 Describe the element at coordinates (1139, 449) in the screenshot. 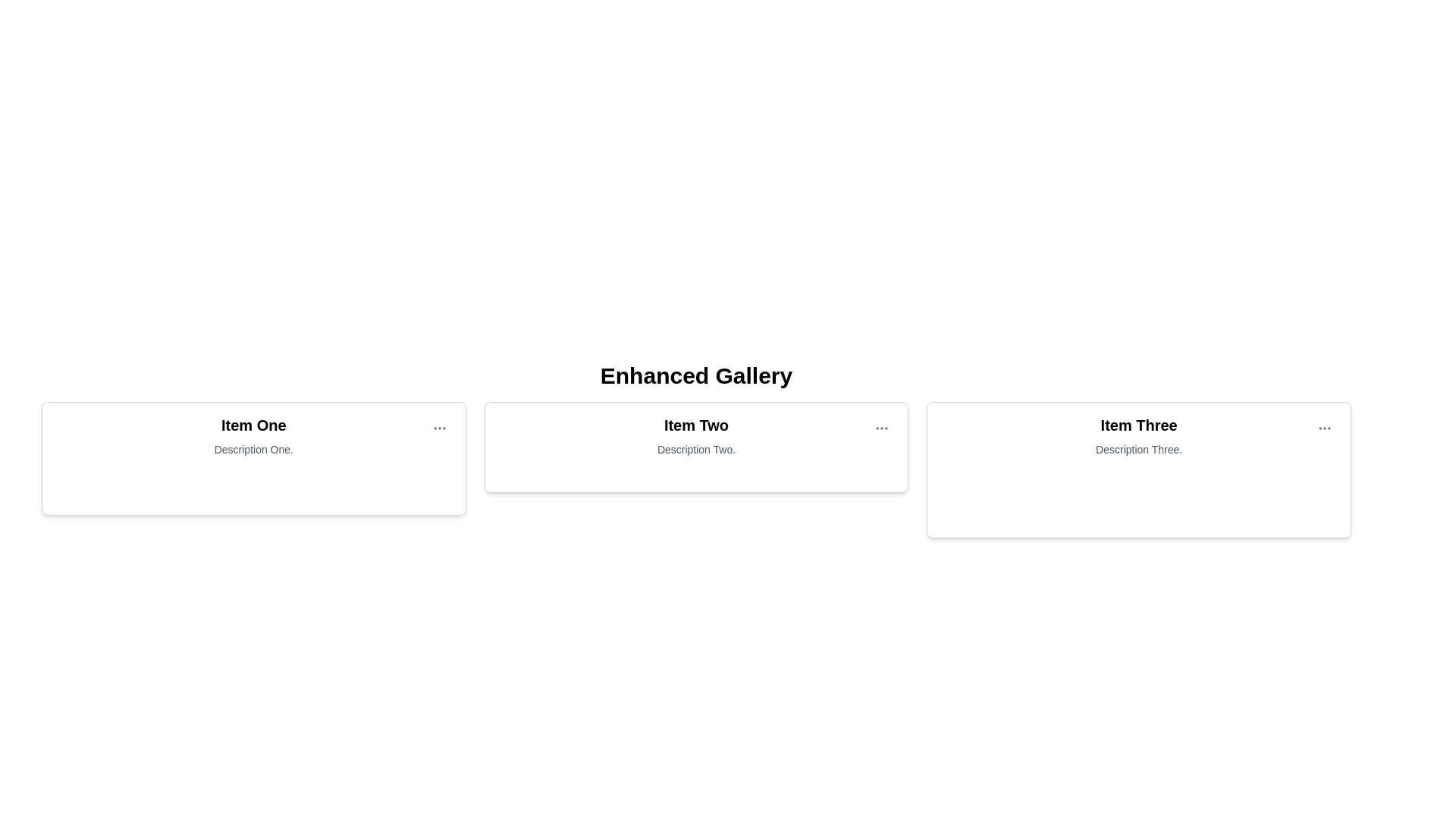

I see `text content of the text element displaying 'Description Three.' which is located below the heading 'Item Three.'` at that location.